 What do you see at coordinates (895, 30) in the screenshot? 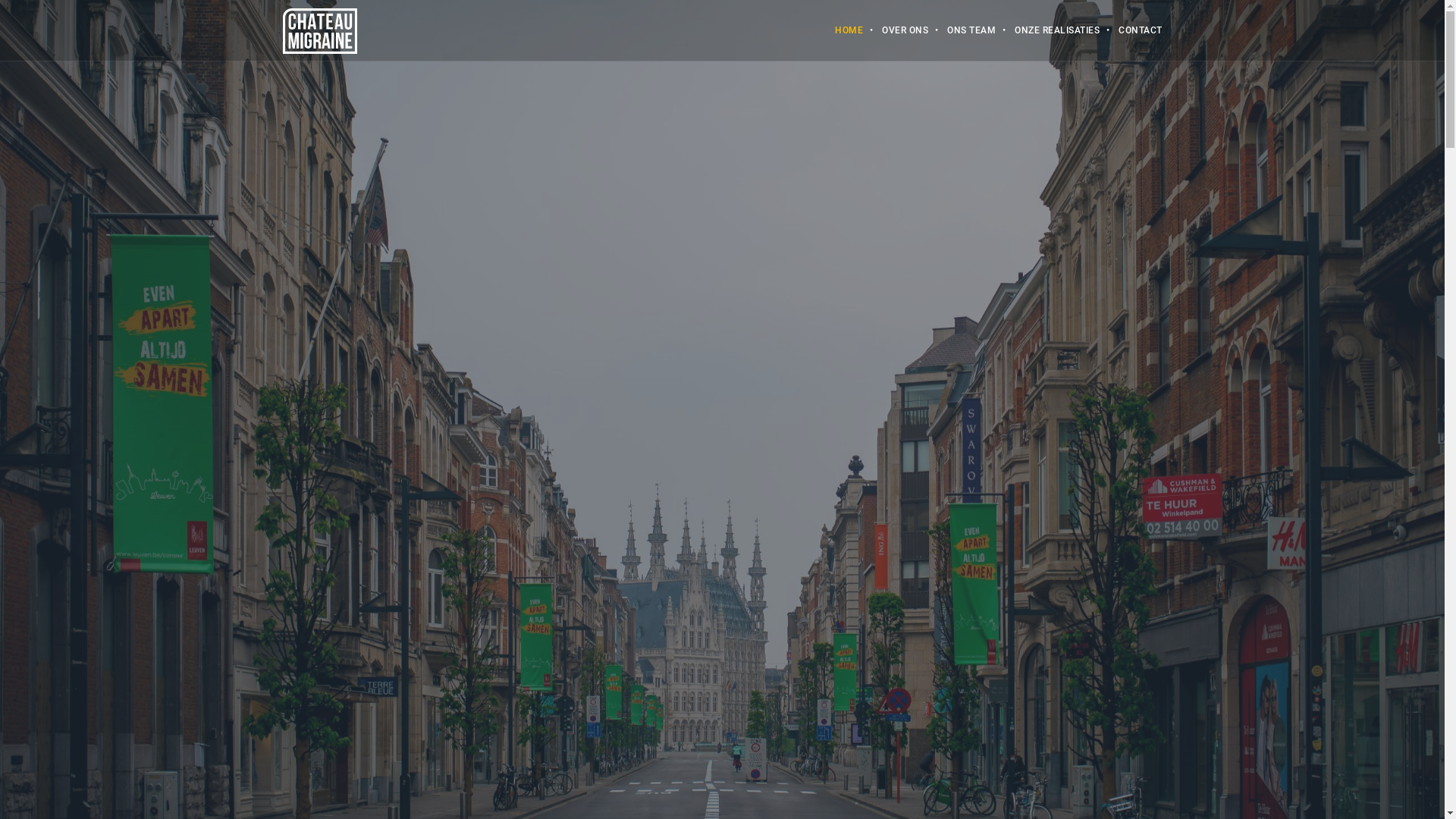
I see `'OVER ONS'` at bounding box center [895, 30].